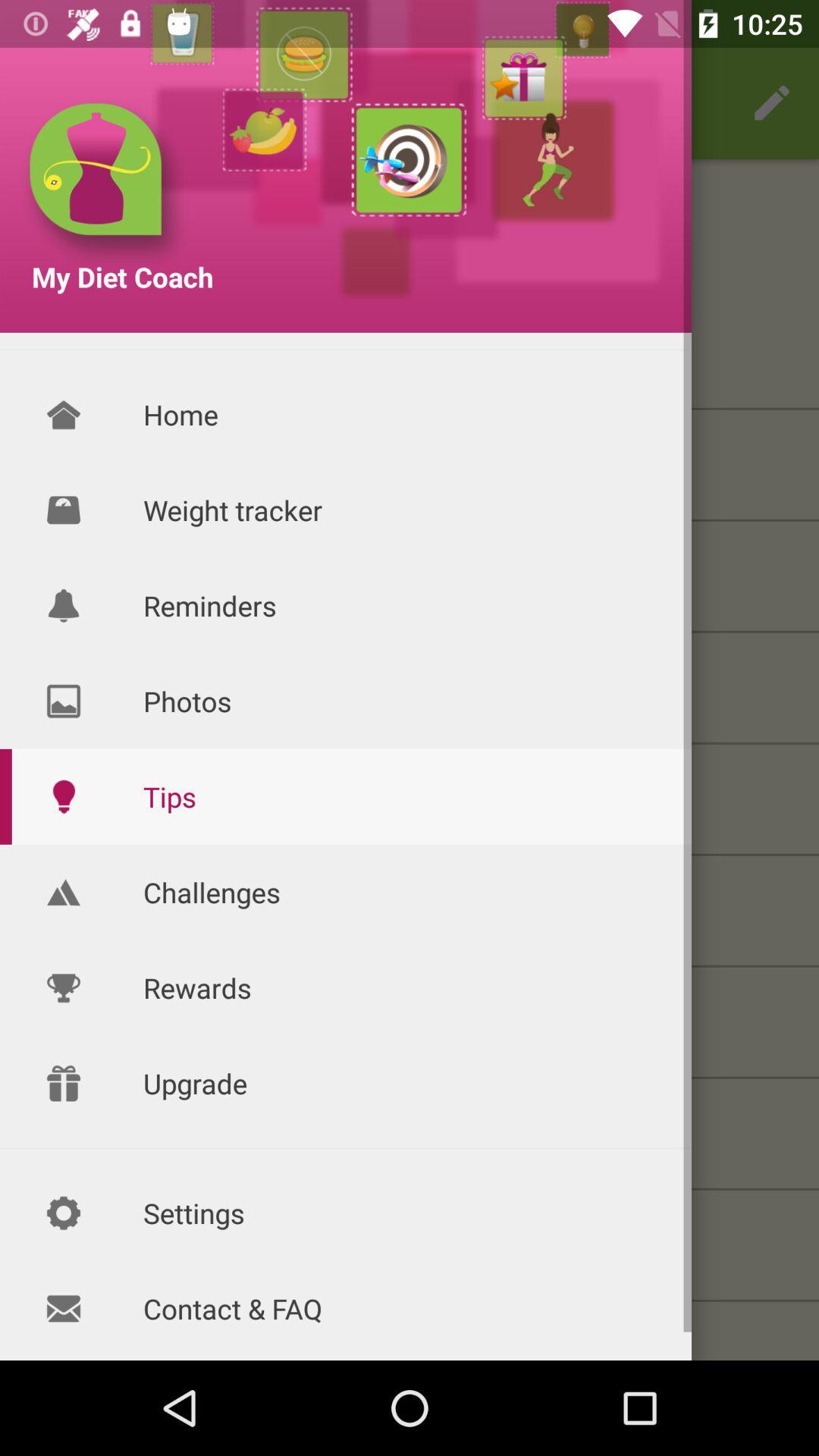 This screenshot has height=1456, width=819. Describe the element at coordinates (63, 415) in the screenshot. I see `home symbol` at that location.